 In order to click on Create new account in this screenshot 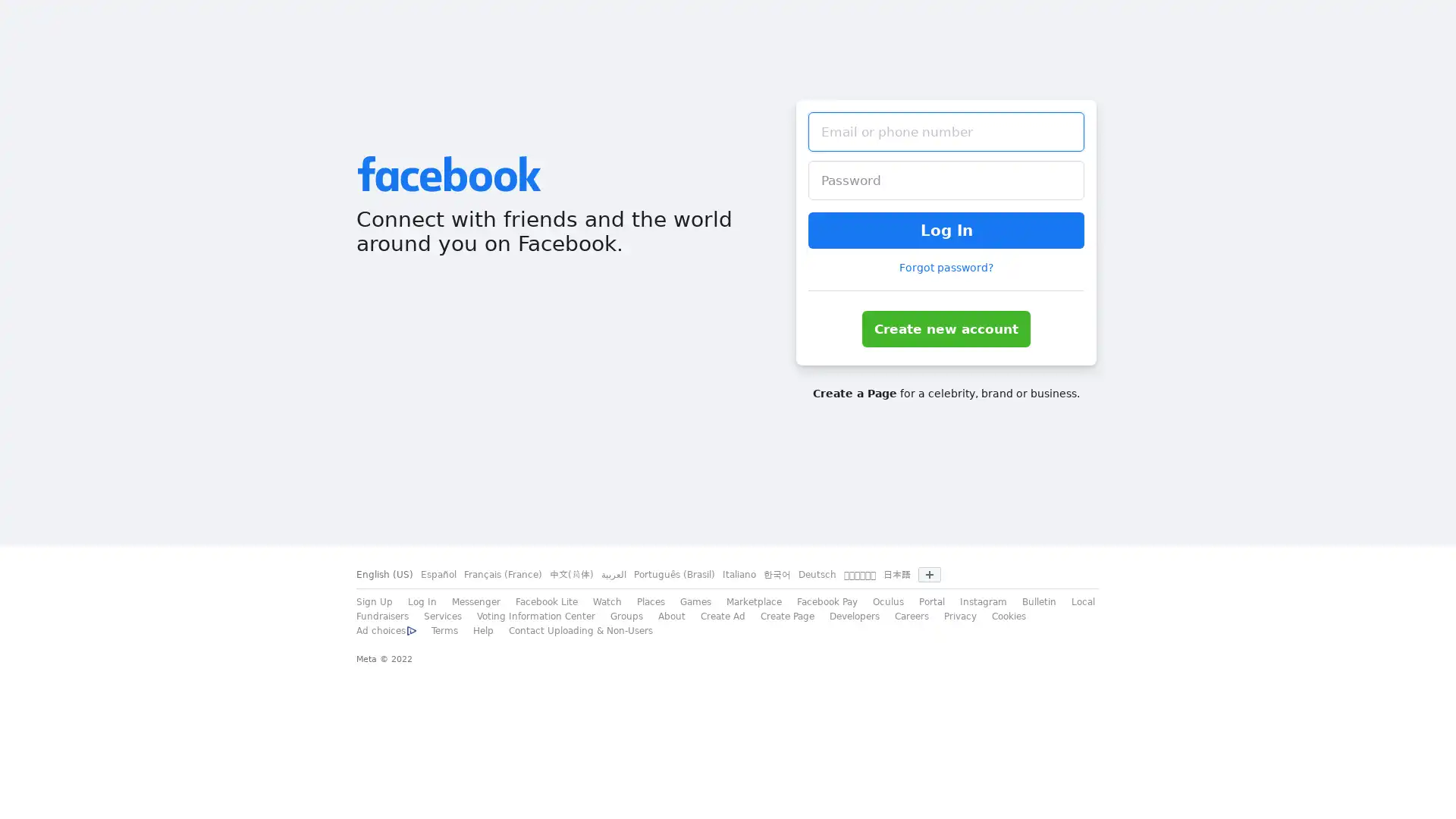, I will do `click(946, 327)`.